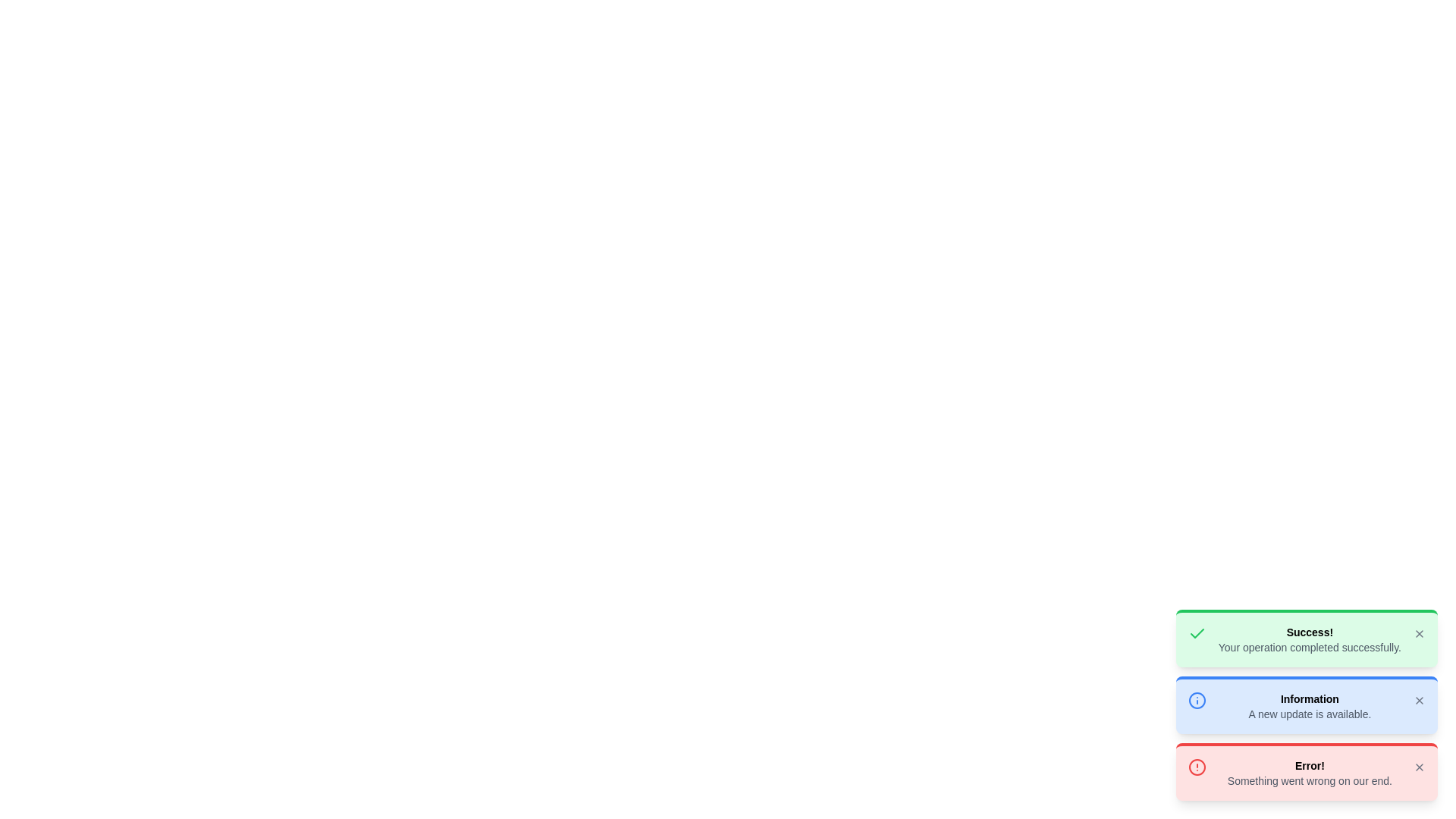 The width and height of the screenshot is (1456, 819). Describe the element at coordinates (1196, 633) in the screenshot. I see `the success indicator icon located inside the green notification box that displays 'Success! Your operation completed successfully.'` at that location.